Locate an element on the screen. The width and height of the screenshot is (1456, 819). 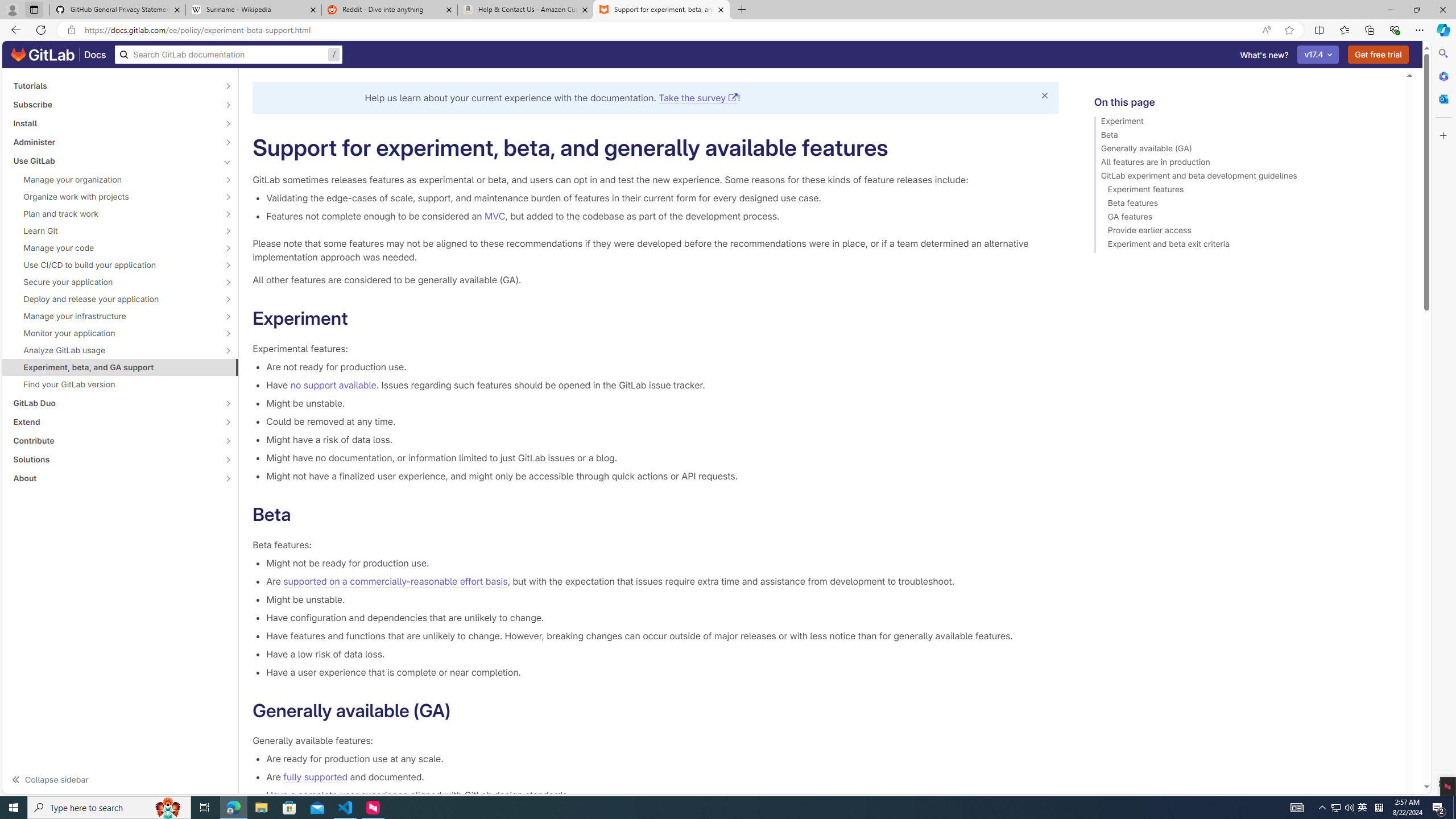
'Manage your infrastructure' is located at coordinates (113, 316).